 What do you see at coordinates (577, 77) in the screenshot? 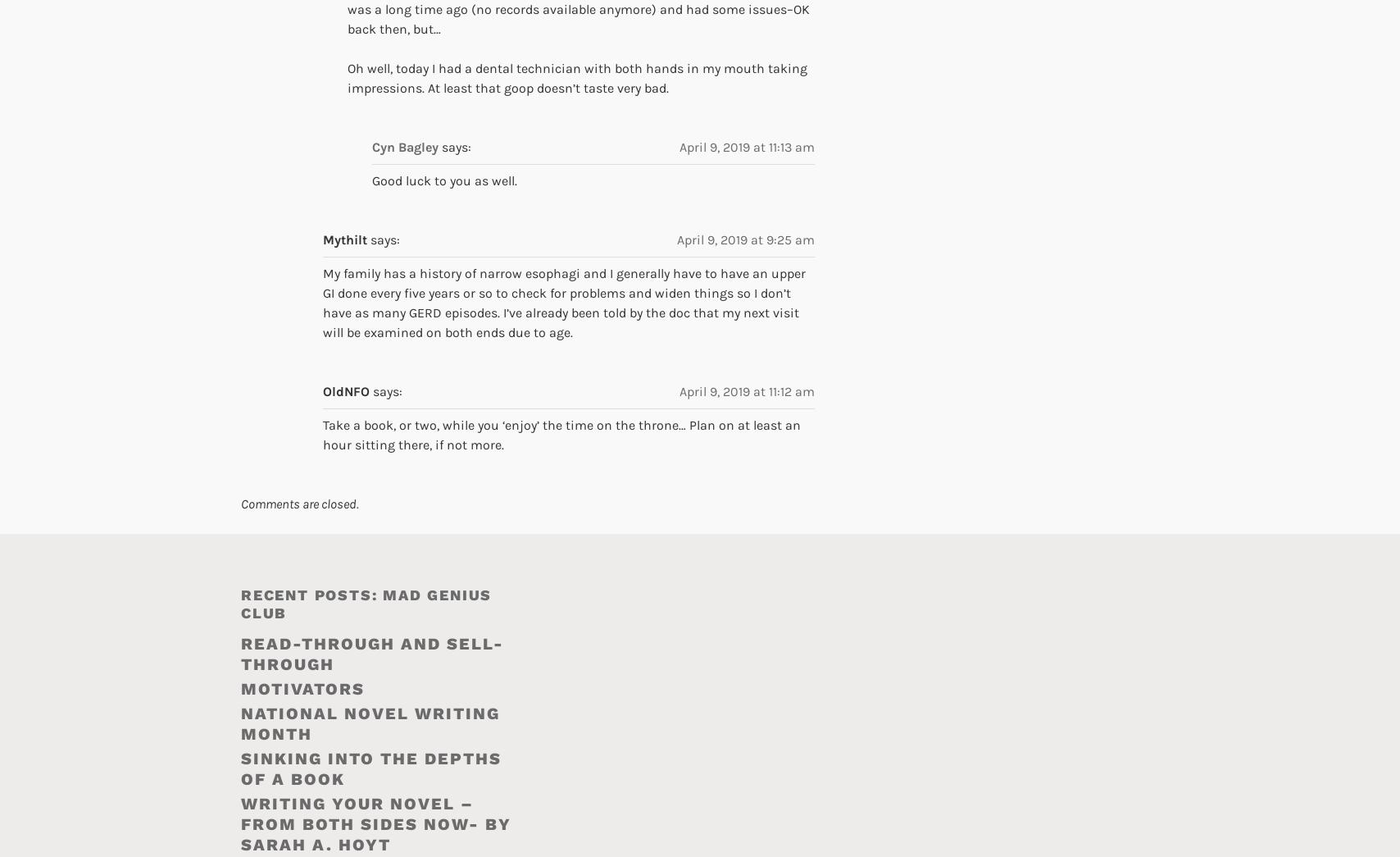
I see `'Oh well, today I had a dental technician with both hands in my mouth taking impressions. At least that goop doesn’t taste very bad.'` at bounding box center [577, 77].